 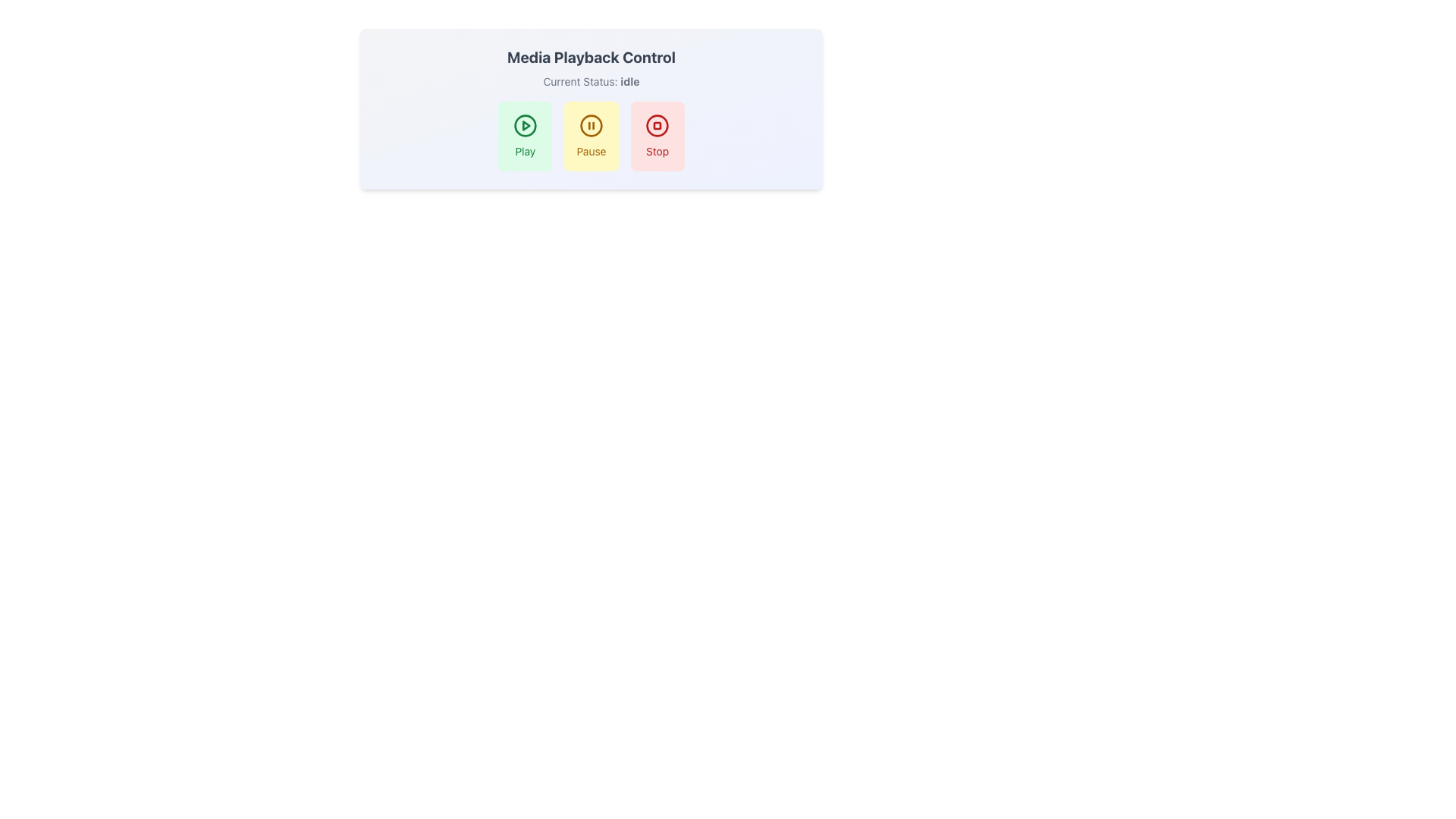 I want to click on the 'Play' icon, which is represented by a triangle within a circular border, to indicate the functionality for starting media playback, so click(x=526, y=124).